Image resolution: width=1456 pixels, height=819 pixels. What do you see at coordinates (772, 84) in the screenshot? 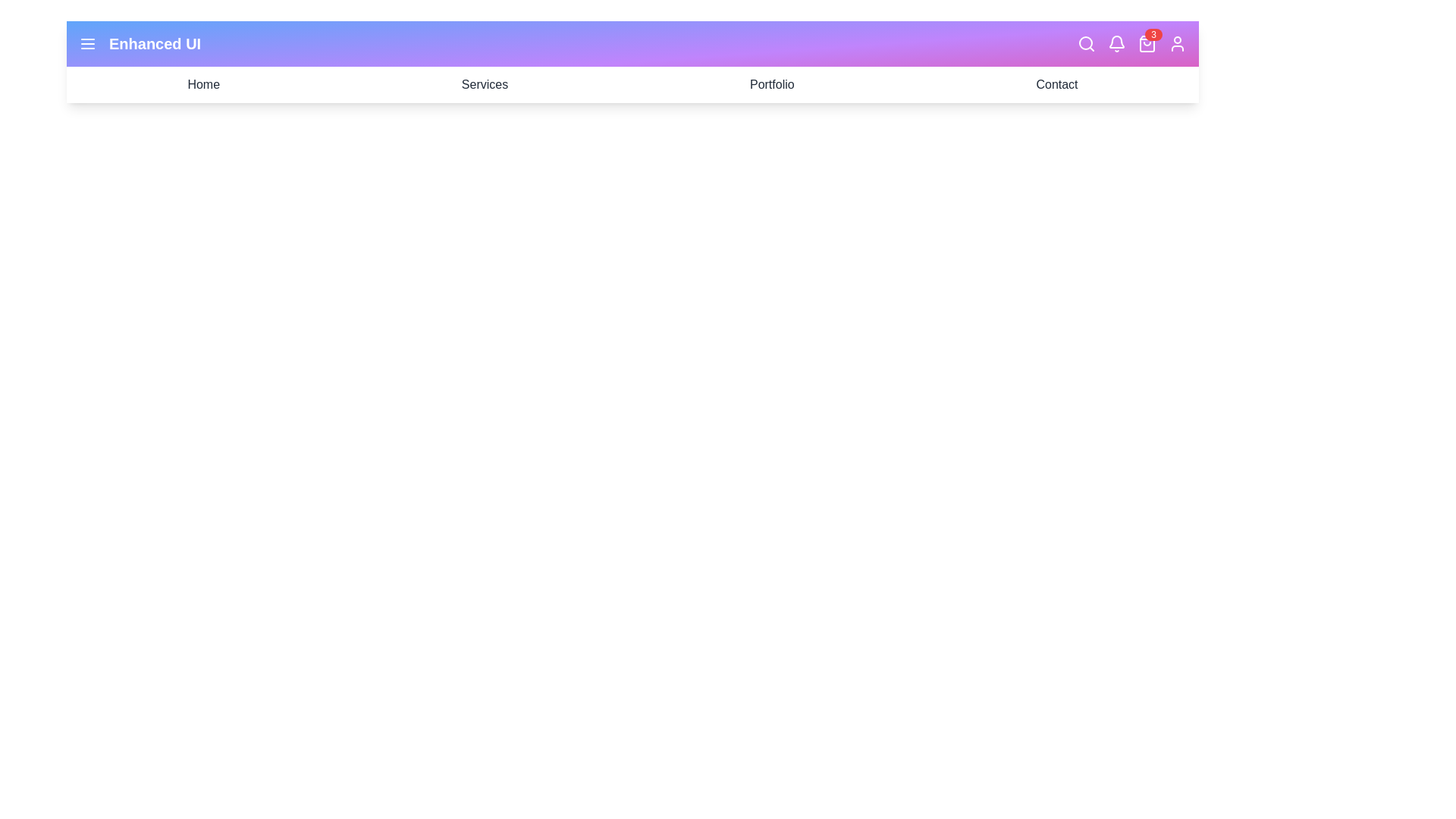
I see `the navigation link Portfolio` at bounding box center [772, 84].